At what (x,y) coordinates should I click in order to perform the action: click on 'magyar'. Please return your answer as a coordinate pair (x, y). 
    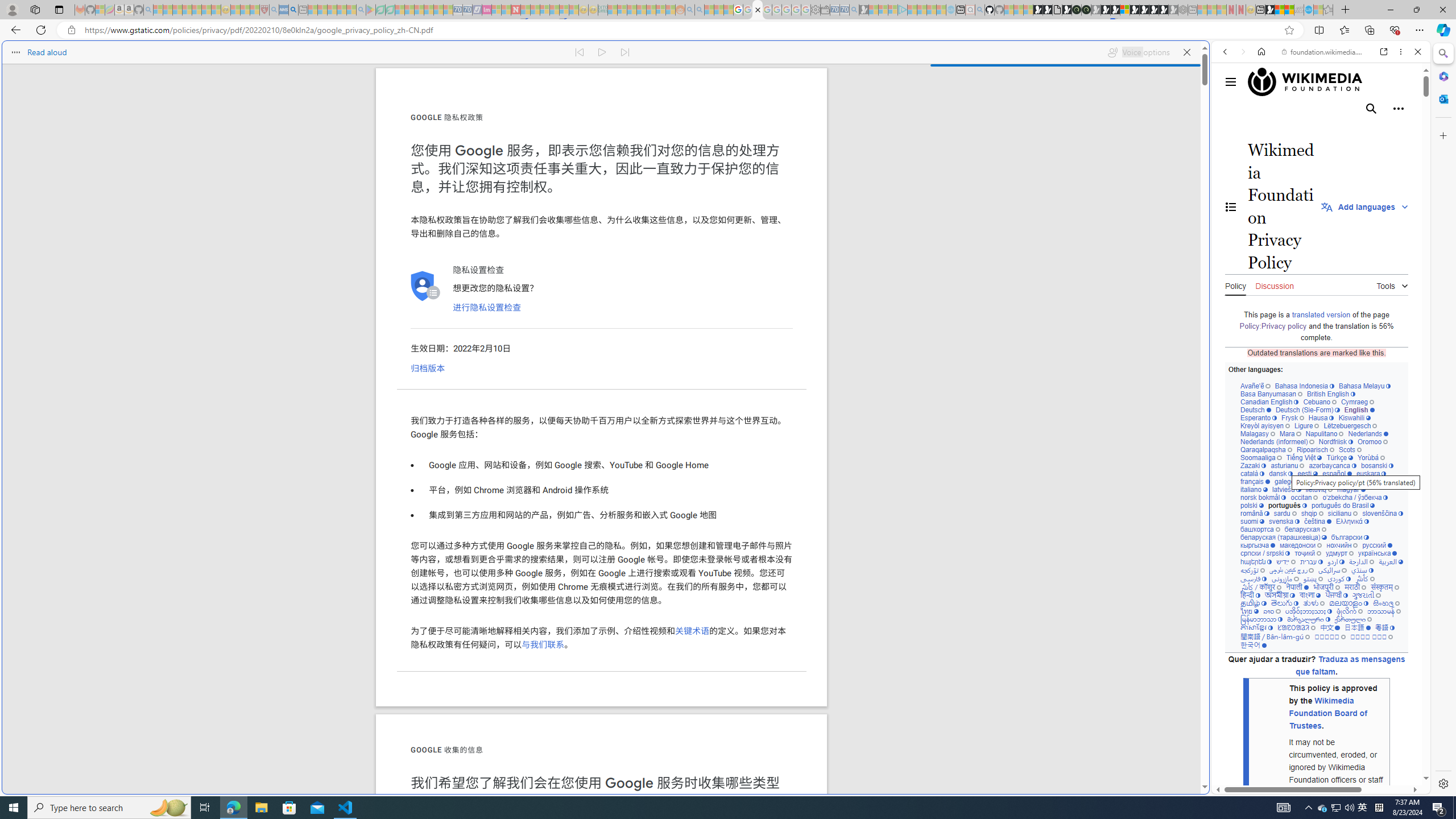
    Looking at the image, I should click on (1350, 489).